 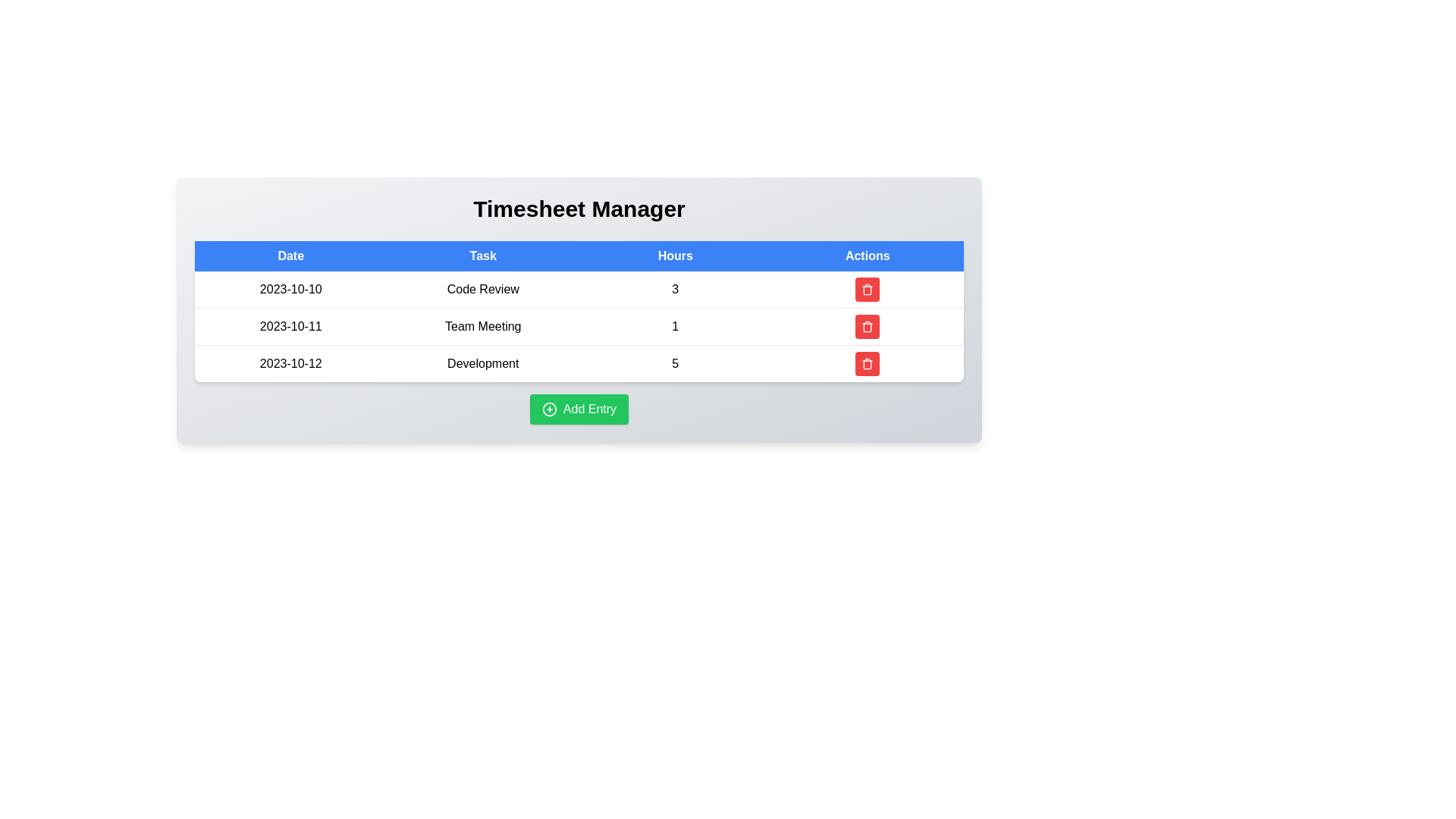 What do you see at coordinates (868, 363) in the screenshot?
I see `the red button with a white trash bin icon located in the last row of the tabular layout under the 'Actions' column to change its background color` at bounding box center [868, 363].